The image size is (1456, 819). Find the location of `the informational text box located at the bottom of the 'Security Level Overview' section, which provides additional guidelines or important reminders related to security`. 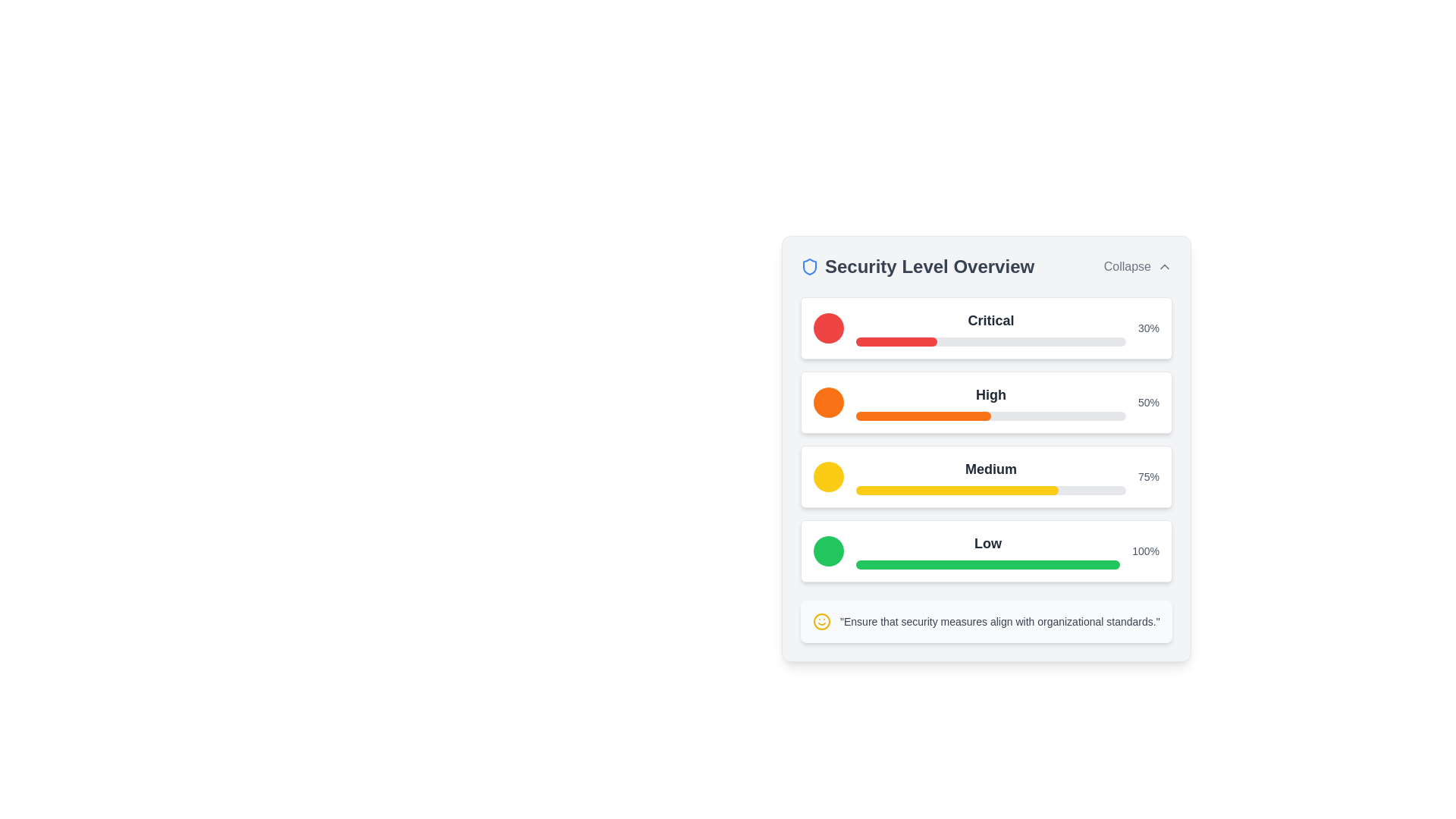

the informational text box located at the bottom of the 'Security Level Overview' section, which provides additional guidelines or important reminders related to security is located at coordinates (986, 622).